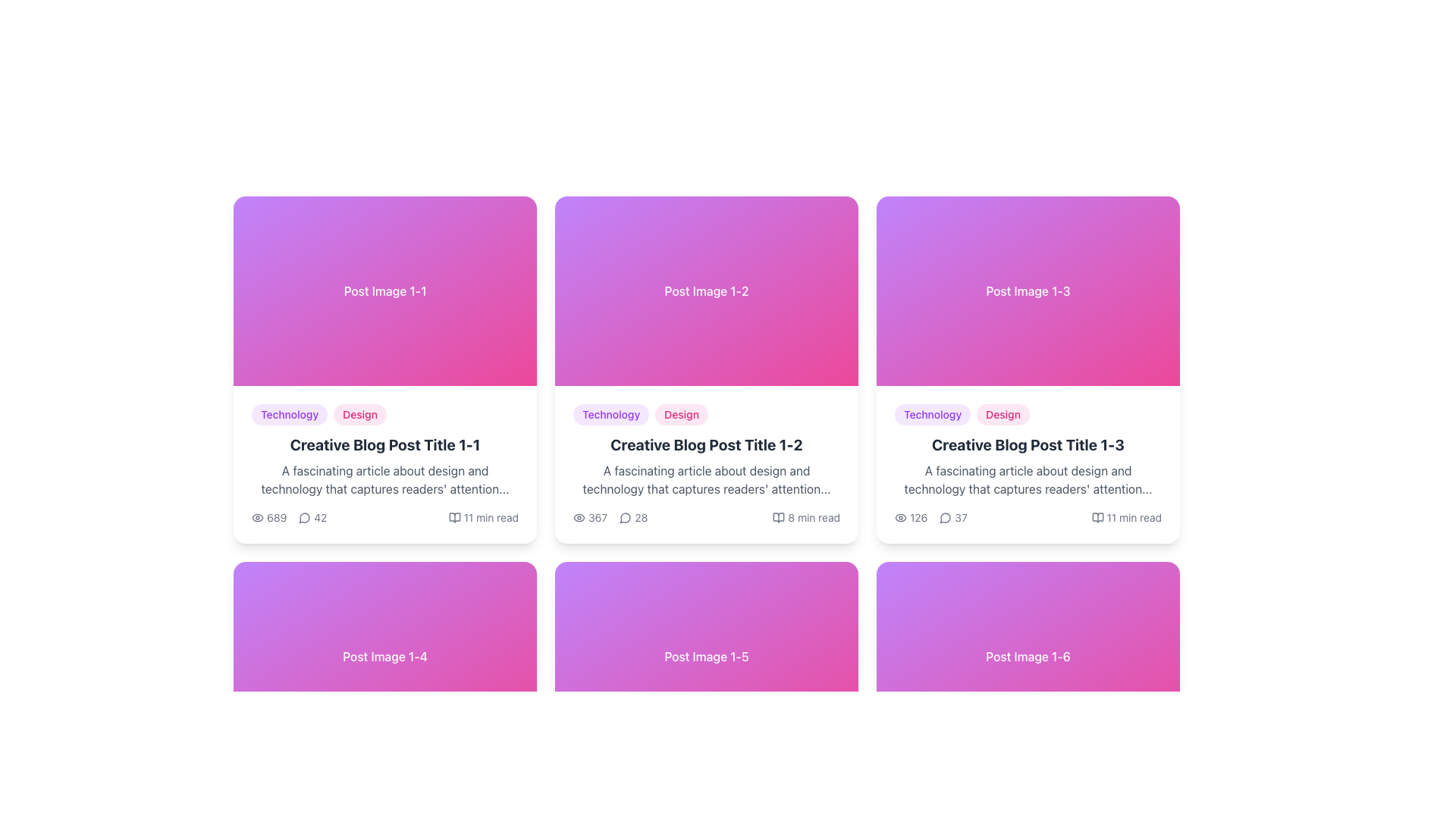  Describe the element at coordinates (482, 516) in the screenshot. I see `the text label '11 min read' with a book icon located at the bottom right of the first card in the top row` at that location.